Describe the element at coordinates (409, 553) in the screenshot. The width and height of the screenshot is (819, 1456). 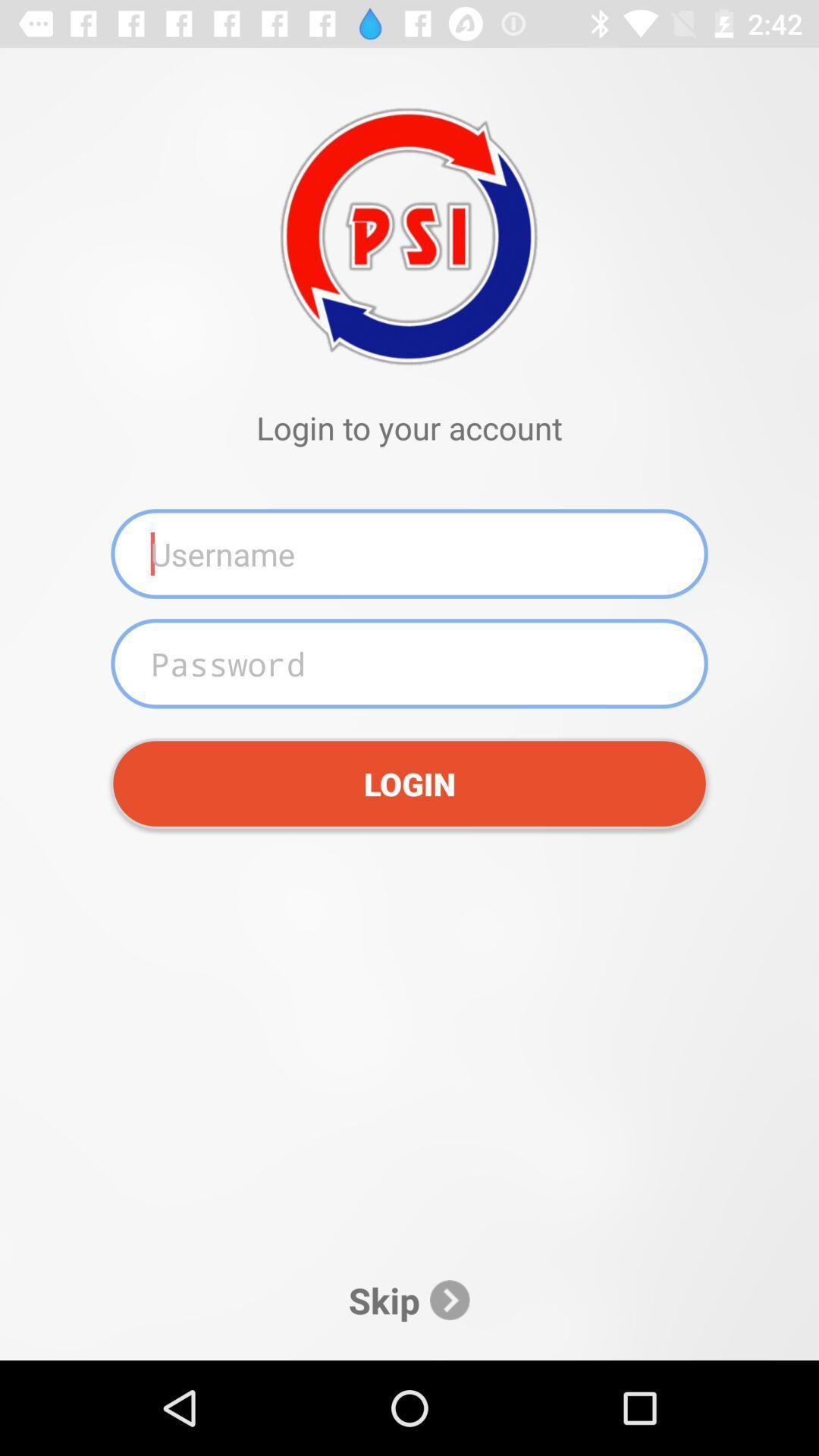
I see `the icon below login to your icon` at that location.